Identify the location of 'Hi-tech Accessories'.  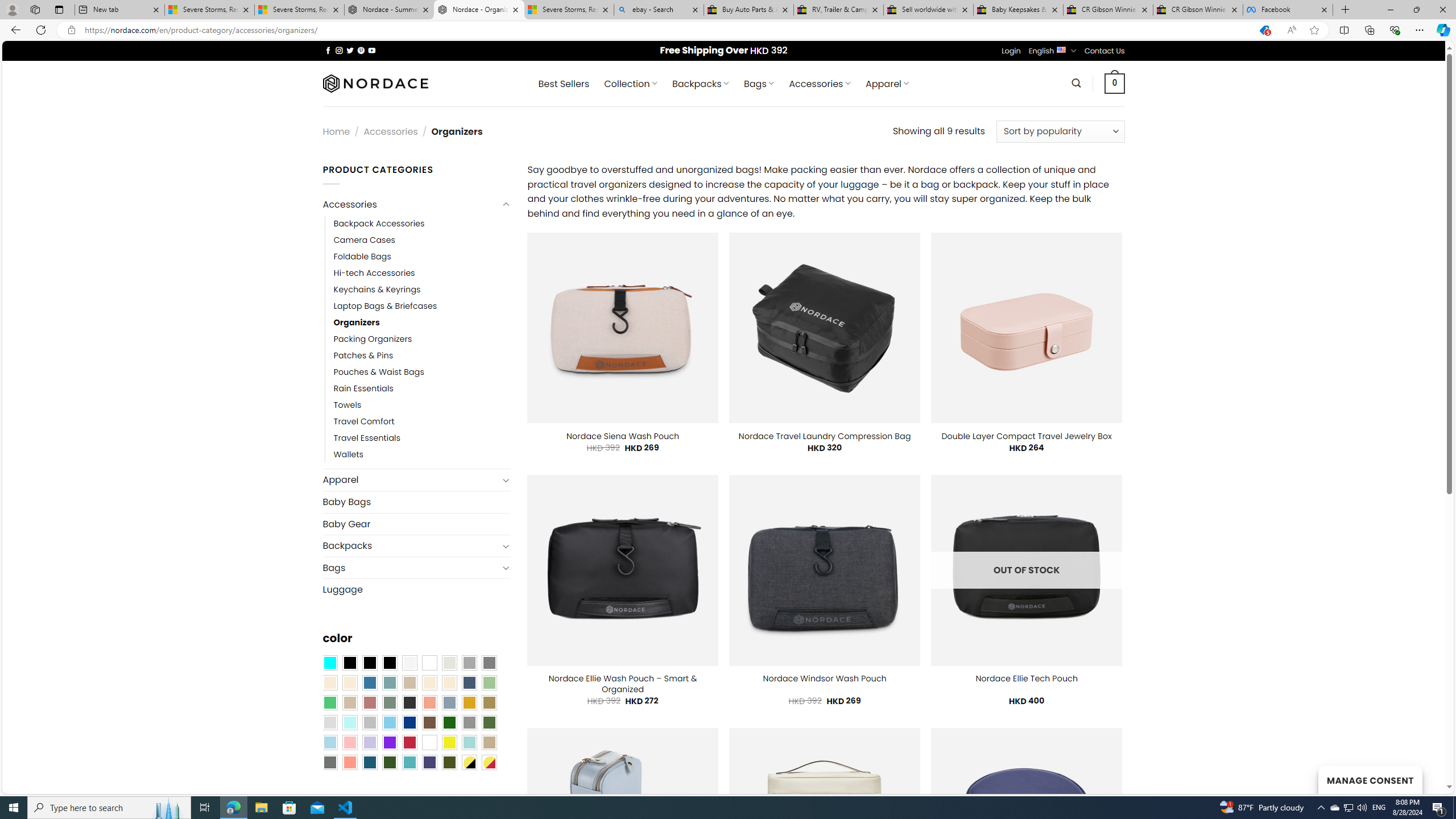
(373, 272).